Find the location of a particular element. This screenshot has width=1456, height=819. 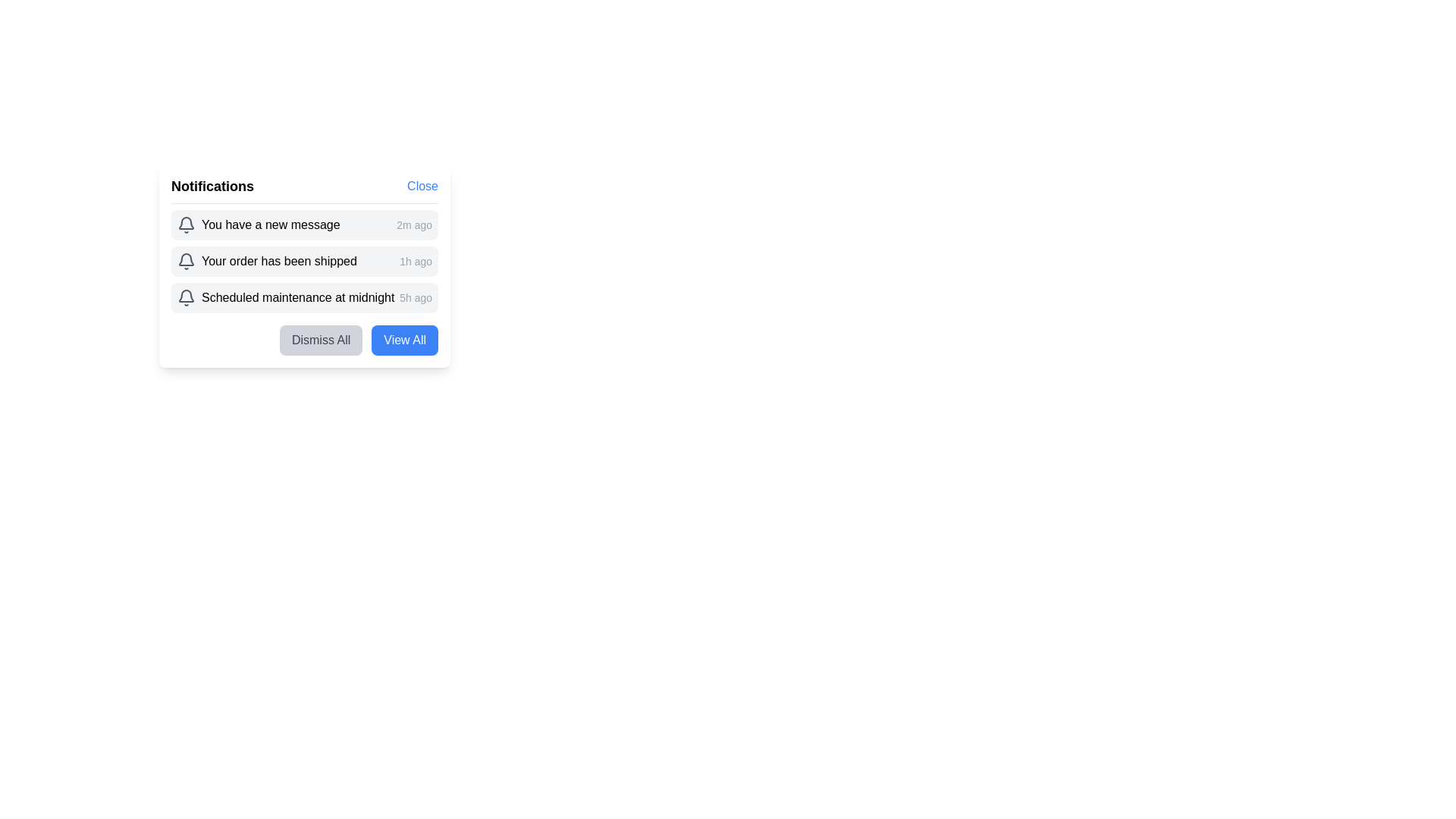

text label indicating notifications, located at the top-left corner of the panel is located at coordinates (212, 186).